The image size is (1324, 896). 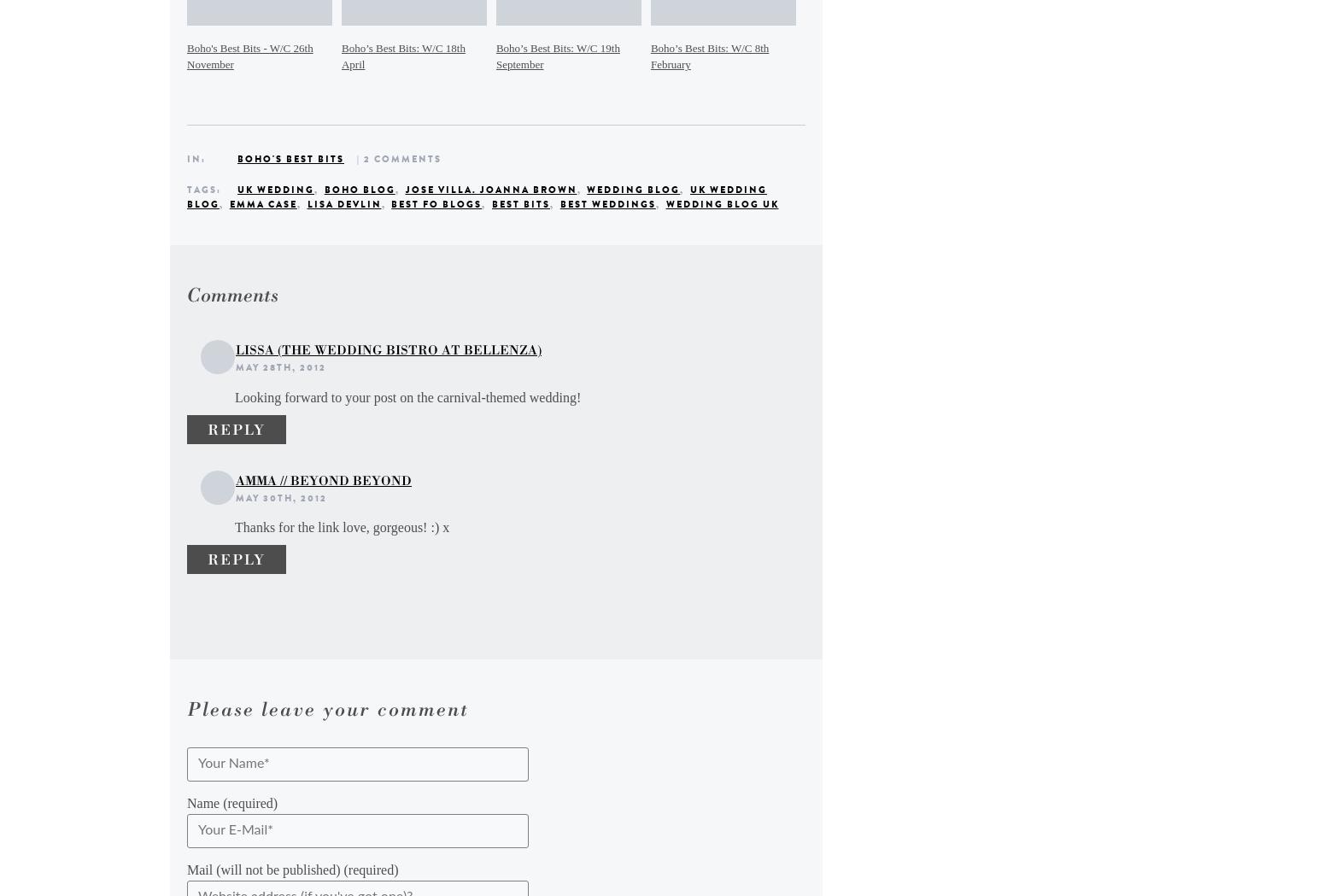 What do you see at coordinates (197, 157) in the screenshot?
I see `'IN:'` at bounding box center [197, 157].